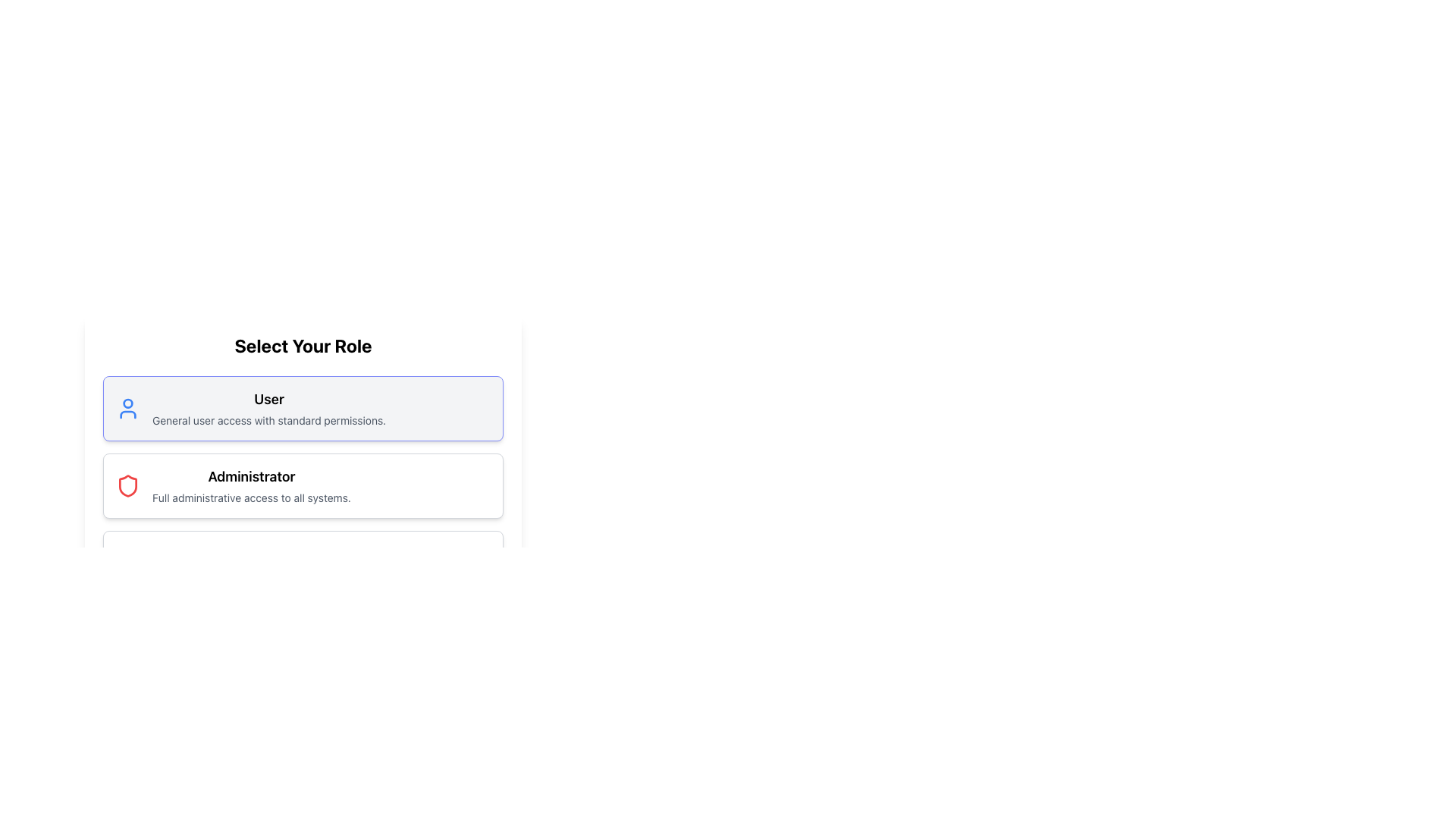  I want to click on the Text Label that describes the 'Administrator' role, located directly below the 'Administrator' text in the 'Select Your Role' interface, so click(251, 497).